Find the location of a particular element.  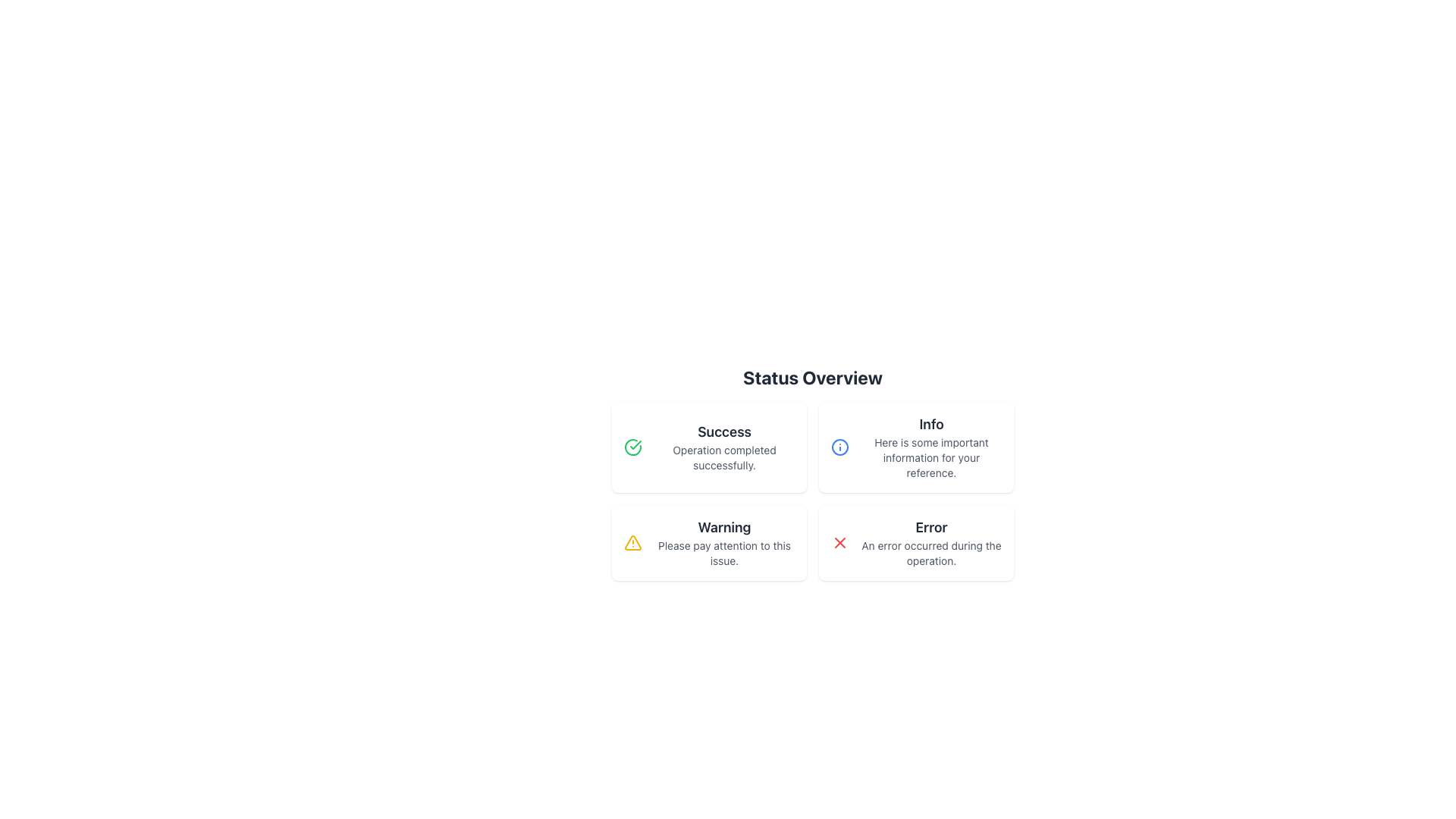

the text label displaying 'Info' in bold, dark gray color, located at the top of the second section of the grid arrangement is located at coordinates (930, 424).